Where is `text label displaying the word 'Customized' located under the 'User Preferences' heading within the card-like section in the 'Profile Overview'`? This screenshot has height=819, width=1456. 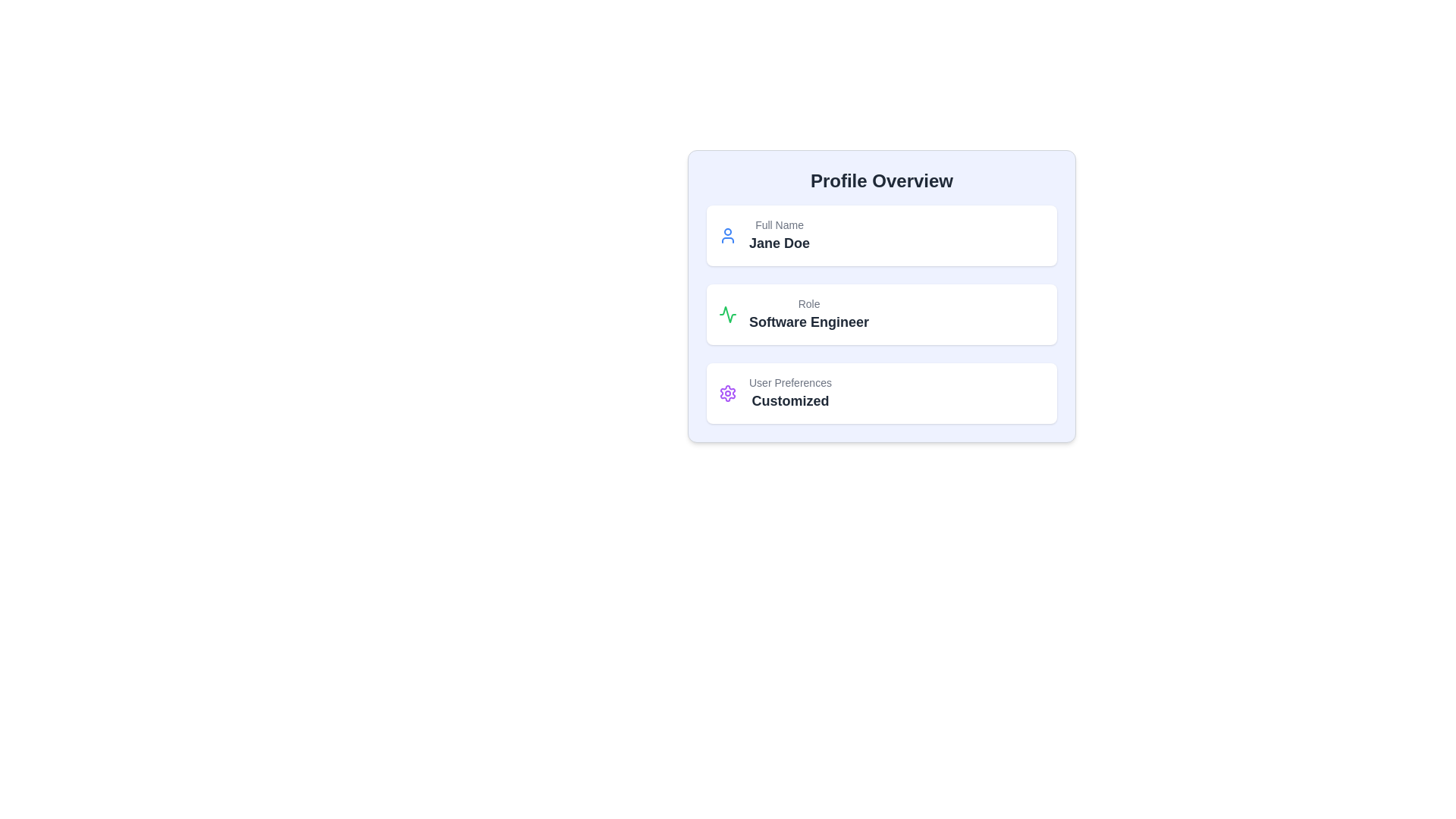
text label displaying the word 'Customized' located under the 'User Preferences' heading within the card-like section in the 'Profile Overview' is located at coordinates (789, 400).